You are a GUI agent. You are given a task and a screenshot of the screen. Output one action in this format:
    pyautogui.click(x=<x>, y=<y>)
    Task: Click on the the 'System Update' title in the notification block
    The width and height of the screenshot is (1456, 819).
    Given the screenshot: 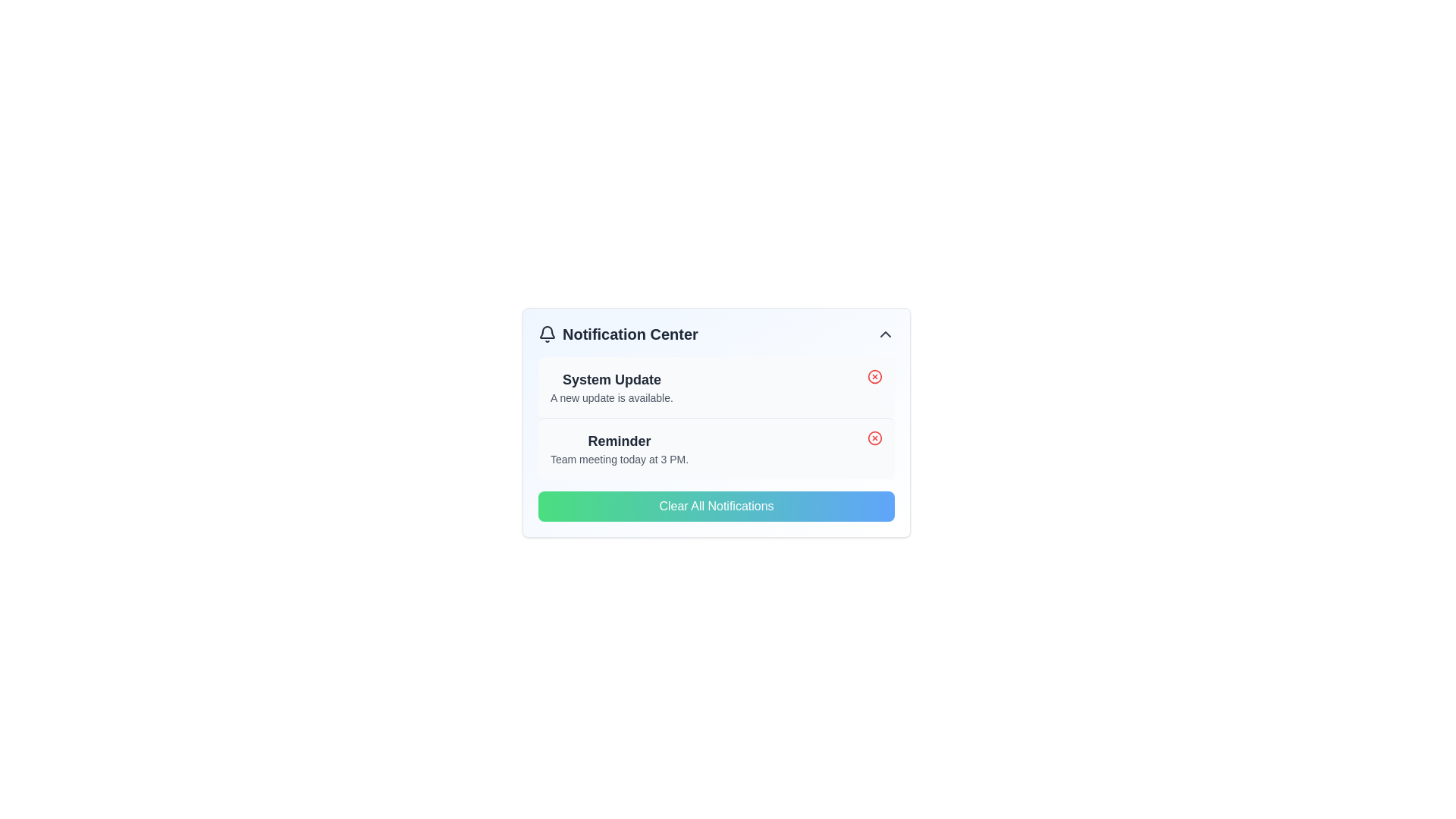 What is the action you would take?
    pyautogui.click(x=611, y=379)
    